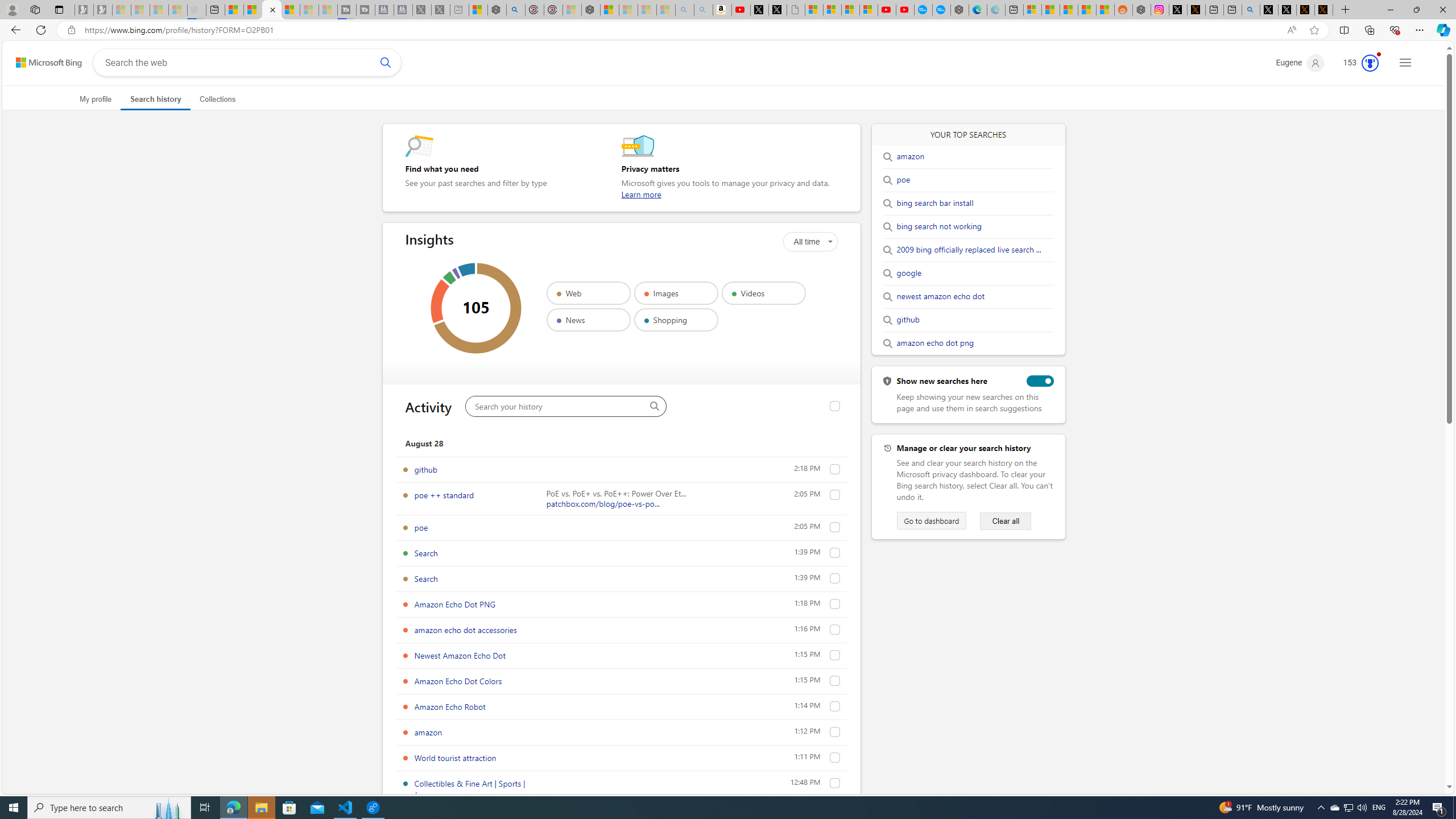 This screenshot has height=819, width=1456. What do you see at coordinates (1196, 9) in the screenshot?
I see `'help.x.com | 524: A timeout occurred'` at bounding box center [1196, 9].